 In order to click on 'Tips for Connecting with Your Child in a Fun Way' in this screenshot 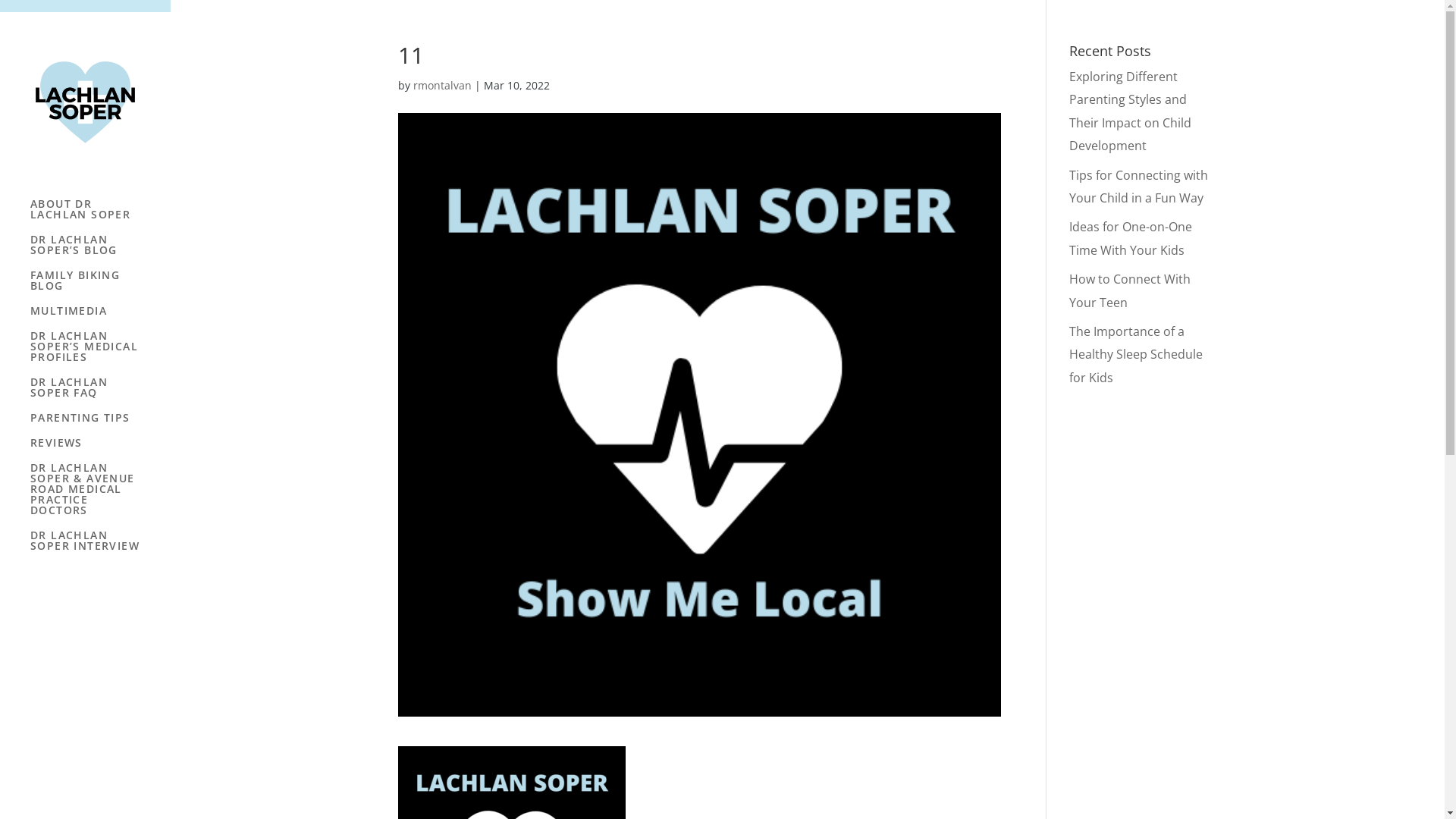, I will do `click(1068, 186)`.